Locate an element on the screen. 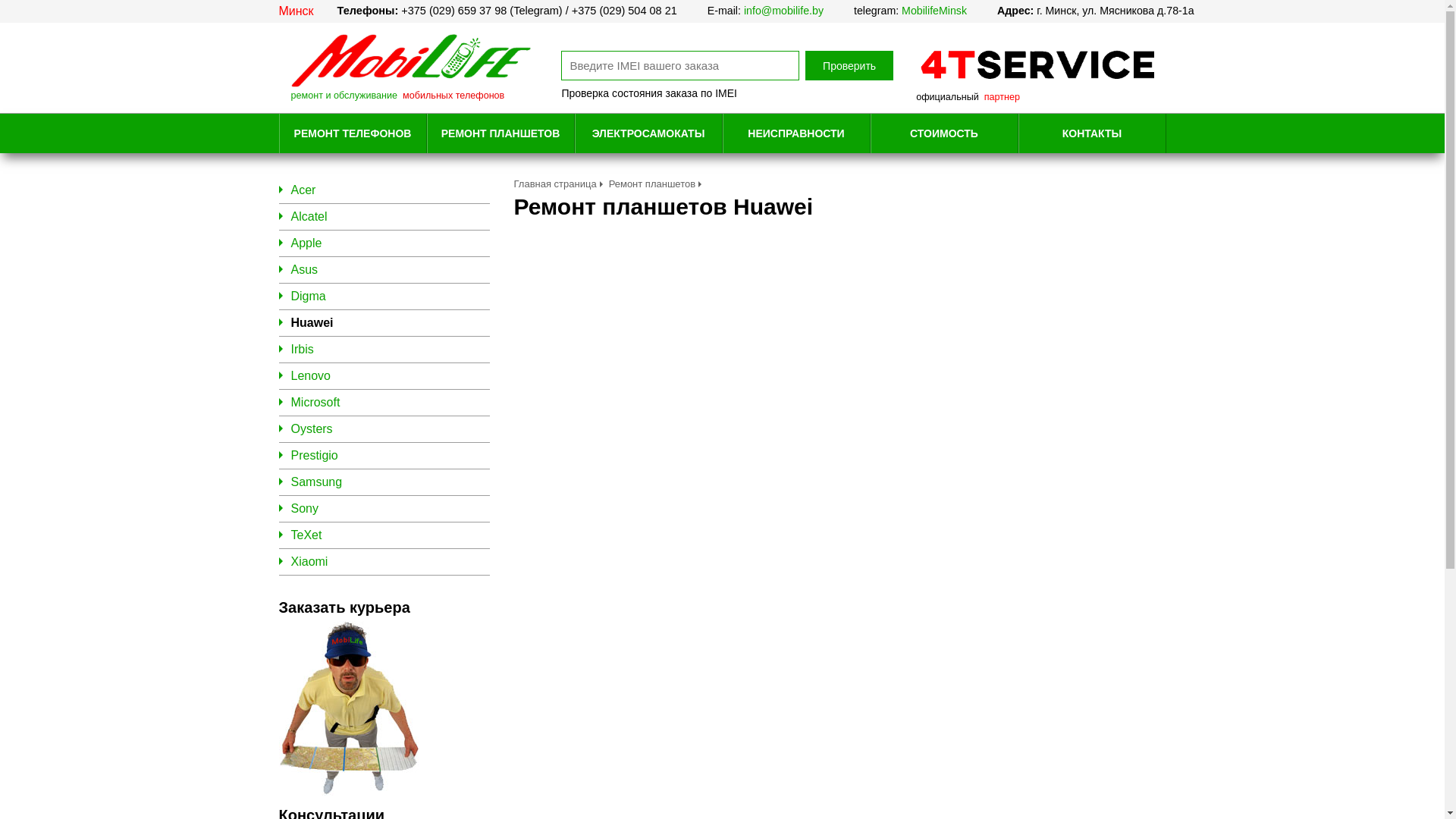 Image resolution: width=1456 pixels, height=819 pixels. 'MobilifeMinsk' is located at coordinates (934, 11).